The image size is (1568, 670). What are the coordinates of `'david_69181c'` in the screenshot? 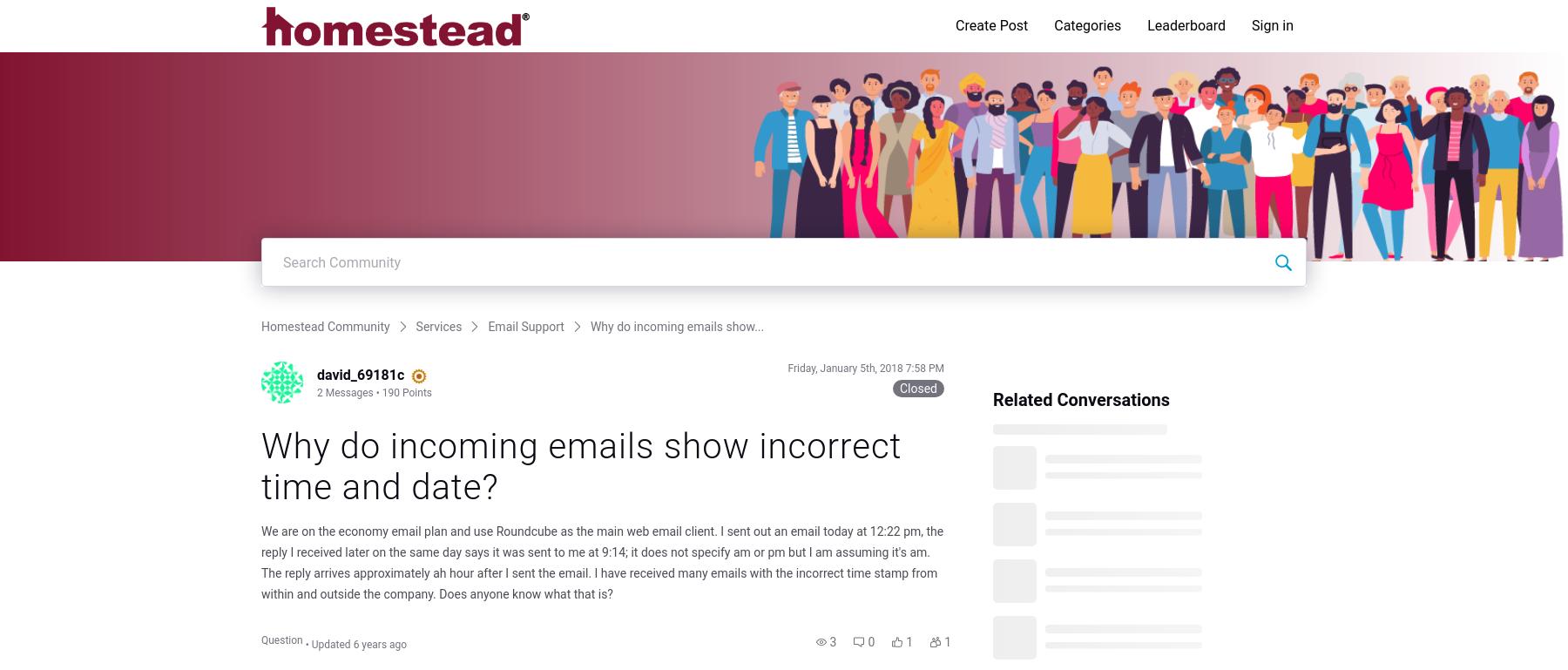 It's located at (361, 374).